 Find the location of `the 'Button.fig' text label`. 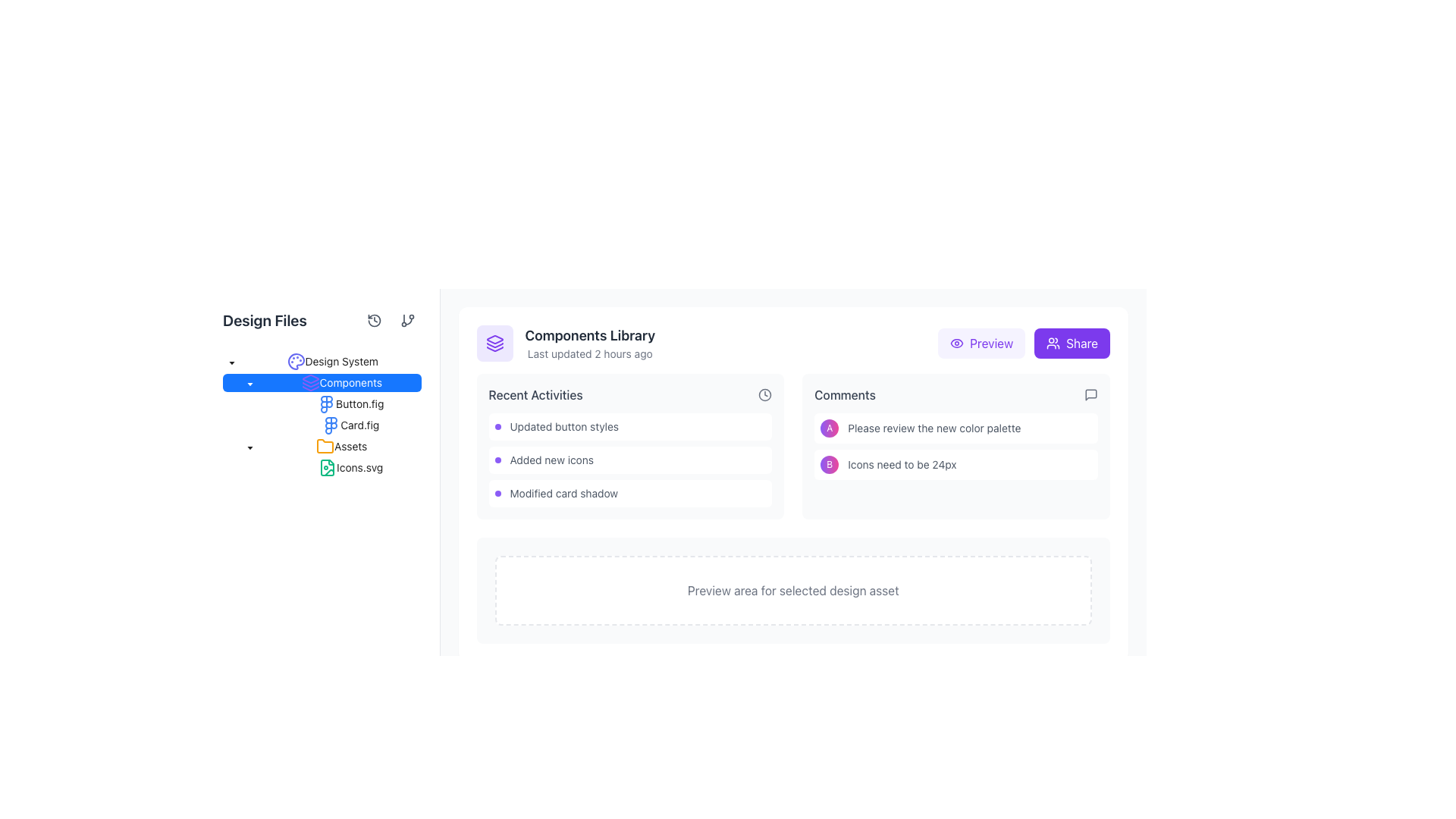

the 'Button.fig' text label is located at coordinates (359, 403).